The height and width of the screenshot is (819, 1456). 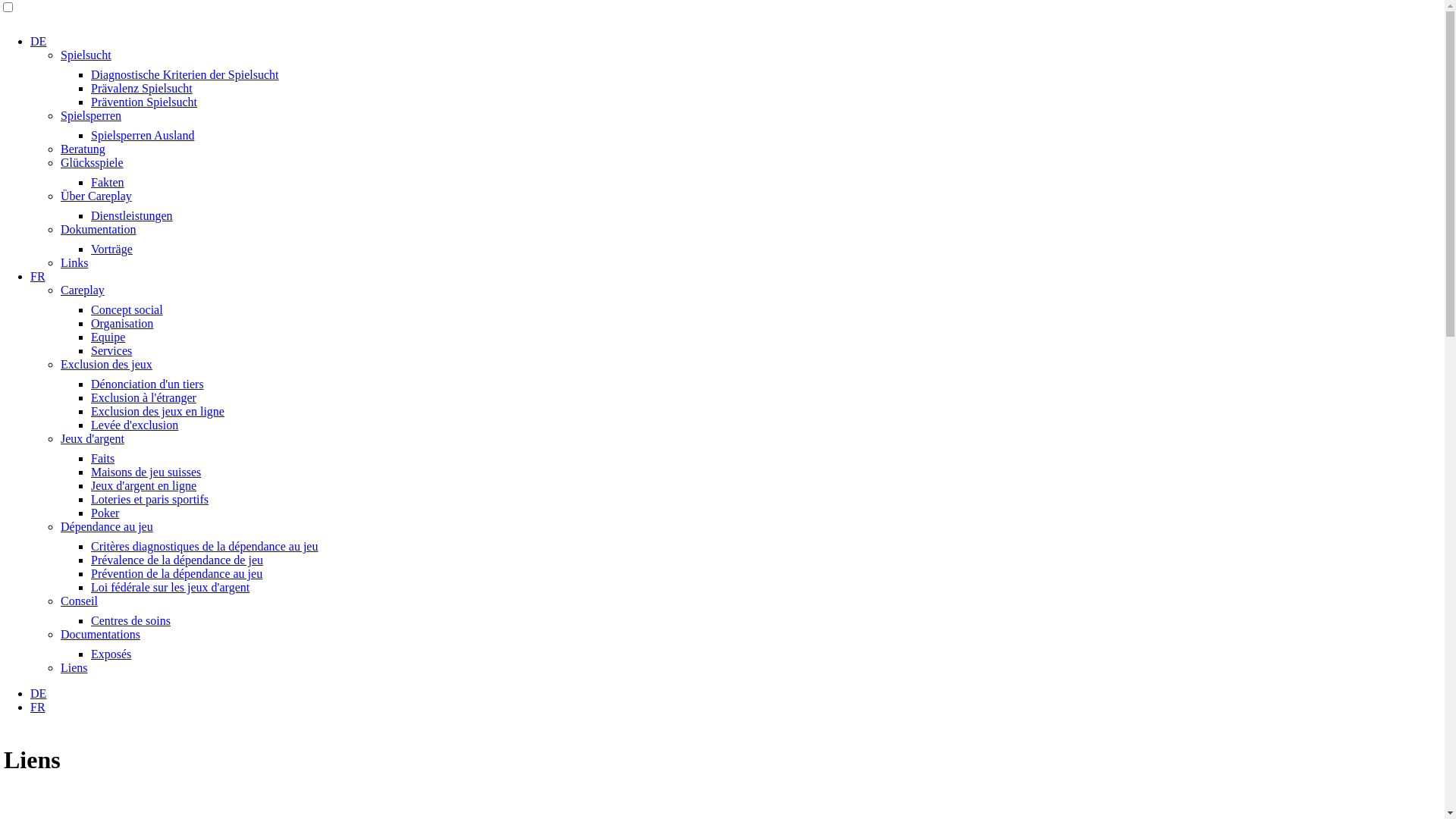 What do you see at coordinates (90, 322) in the screenshot?
I see `'Organisation'` at bounding box center [90, 322].